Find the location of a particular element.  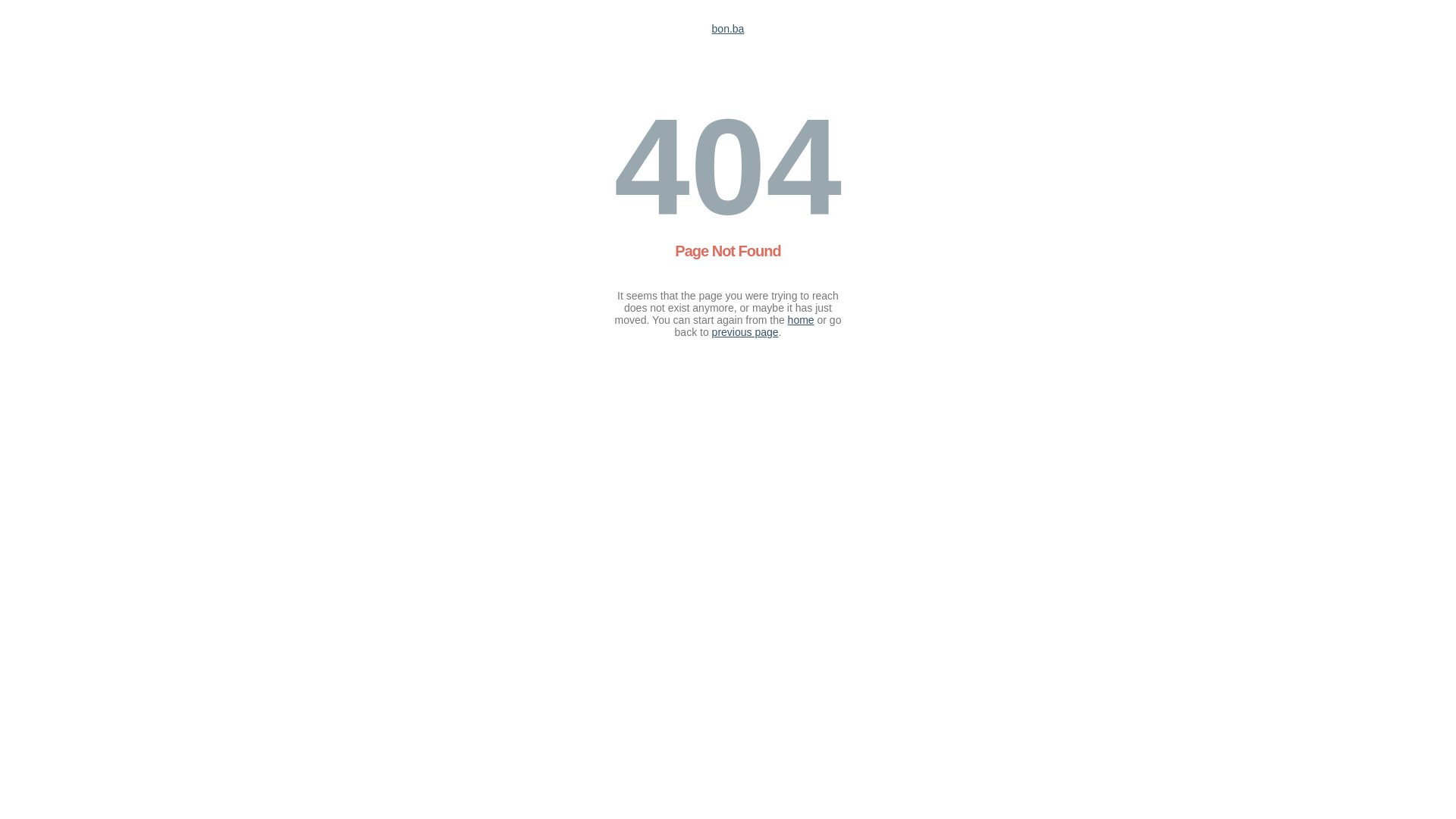

'home' is located at coordinates (800, 318).